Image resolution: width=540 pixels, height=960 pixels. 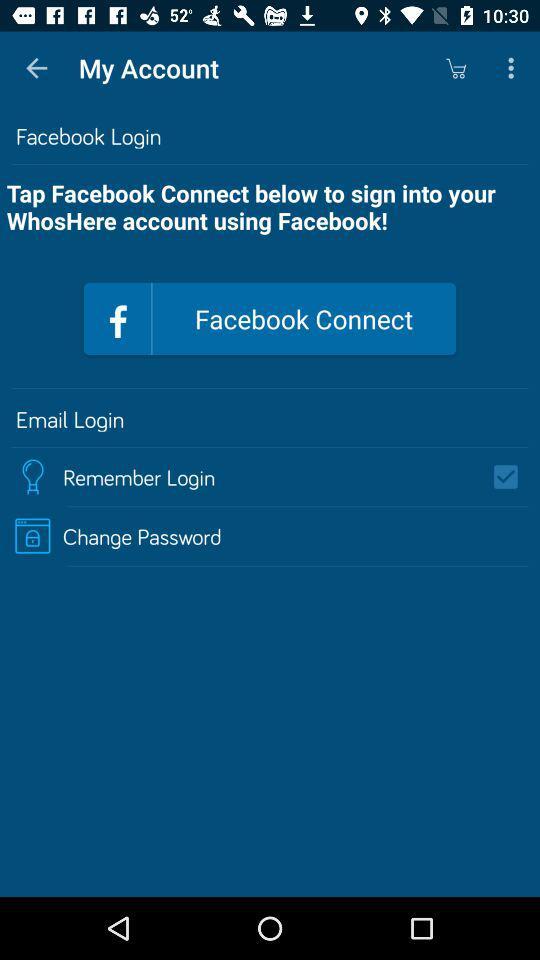 What do you see at coordinates (512, 477) in the screenshot?
I see `item on the right` at bounding box center [512, 477].